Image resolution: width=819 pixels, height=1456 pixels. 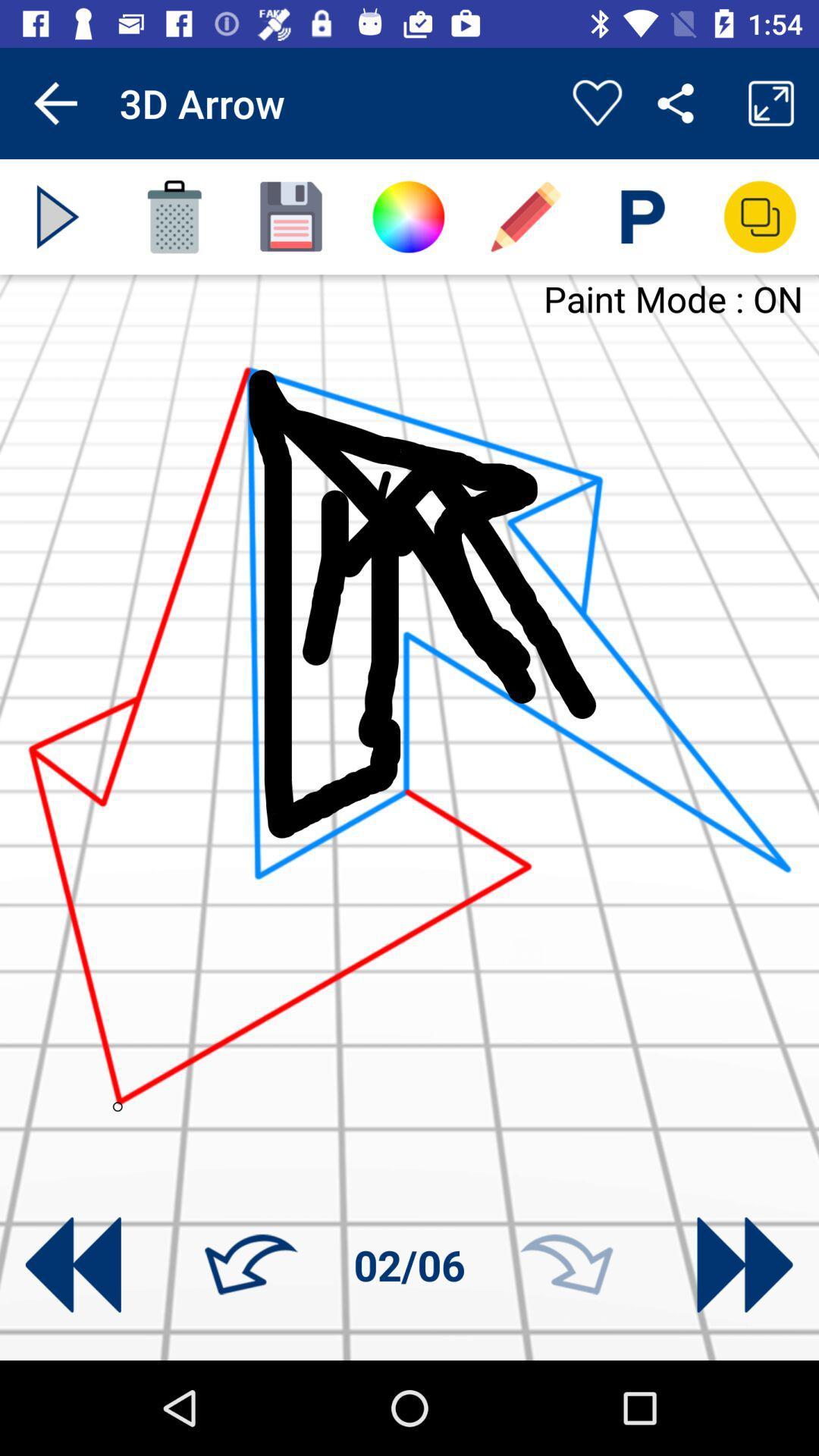 I want to click on draw on image, so click(x=525, y=216).